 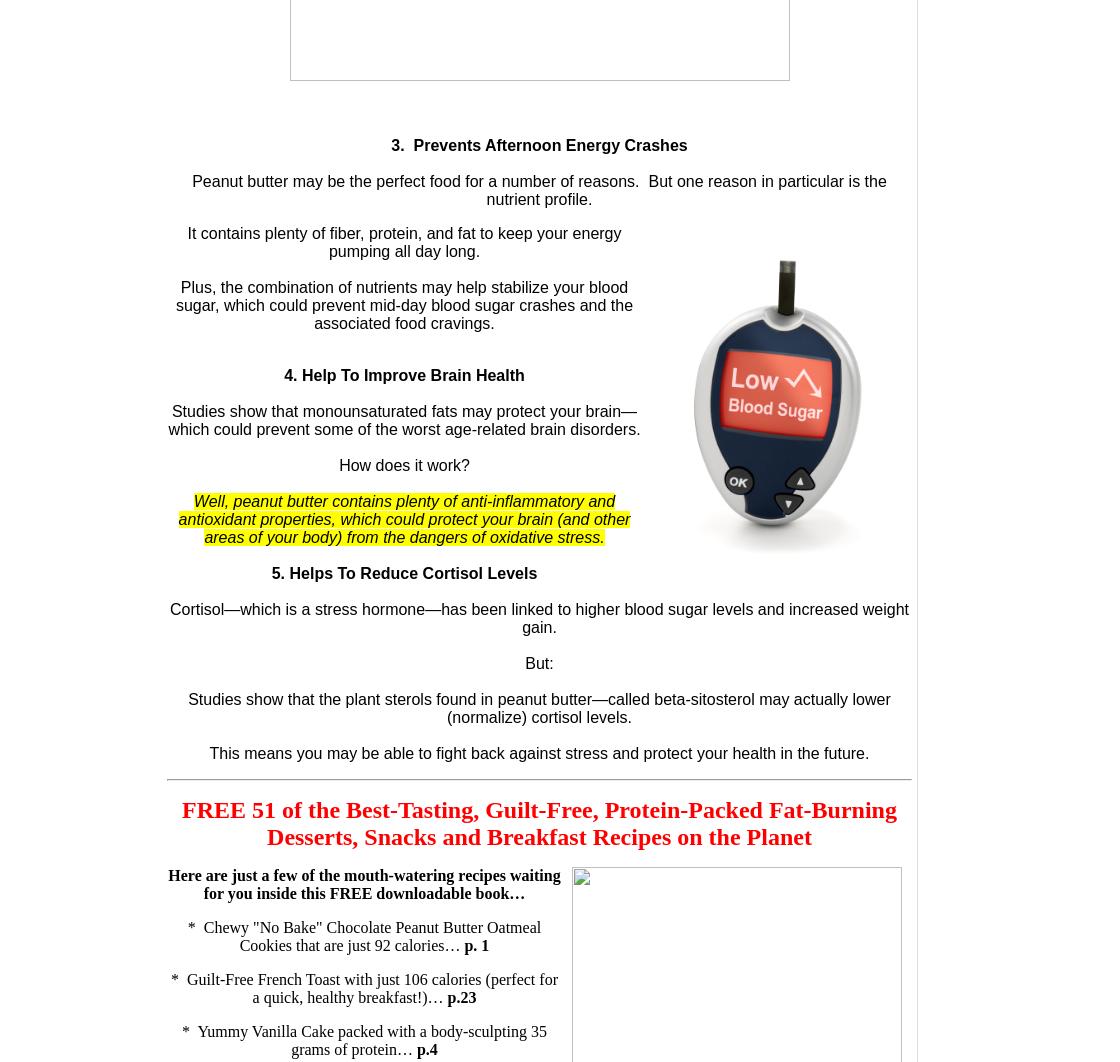 What do you see at coordinates (538, 190) in the screenshot?
I see `'Peanut butter may be the perfect food for a number of reasons.  But one reason in particular is the nutrient profile.'` at bounding box center [538, 190].